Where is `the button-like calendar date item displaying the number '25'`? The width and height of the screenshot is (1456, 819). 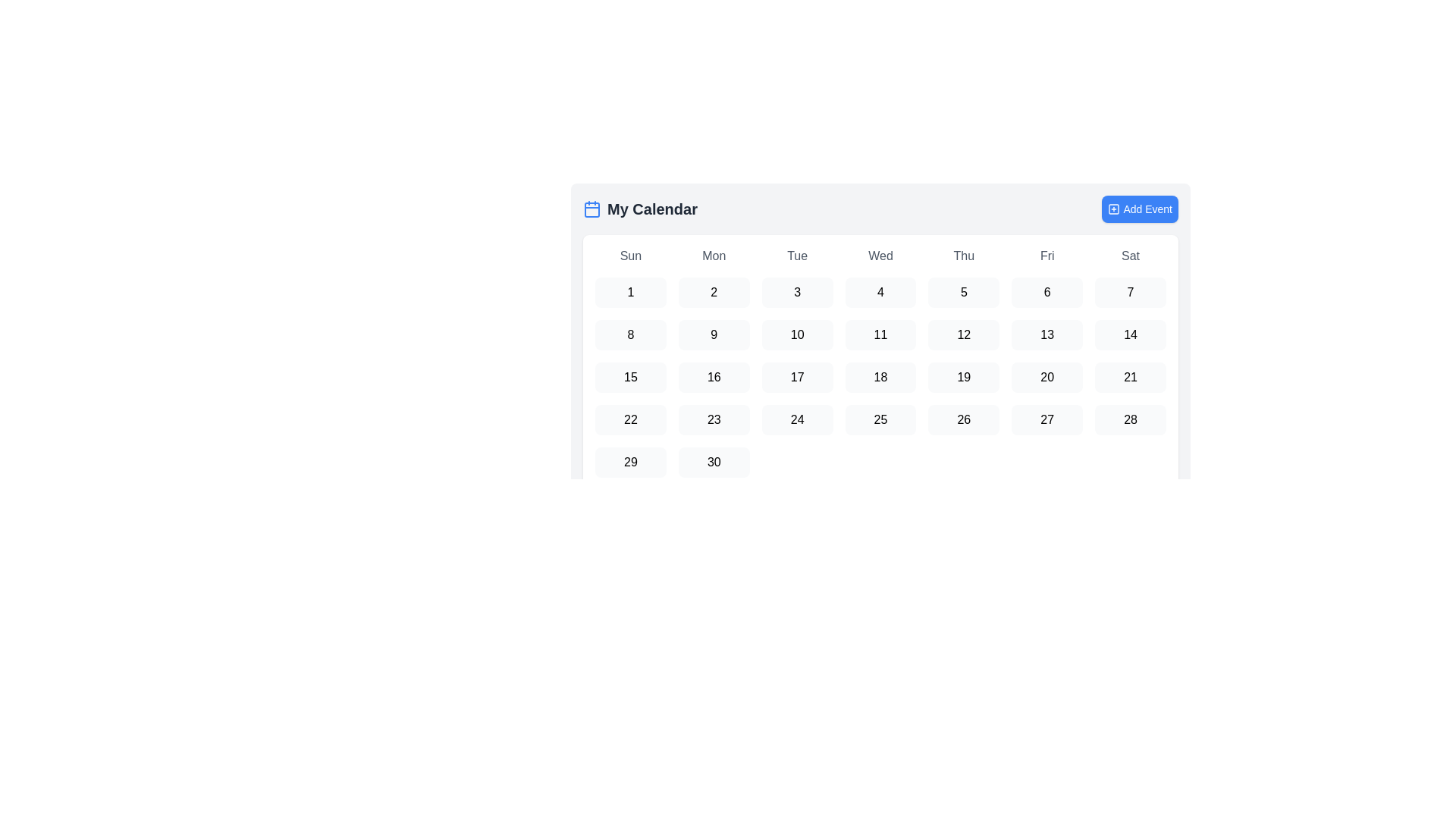
the button-like calendar date item displaying the number '25' is located at coordinates (880, 420).